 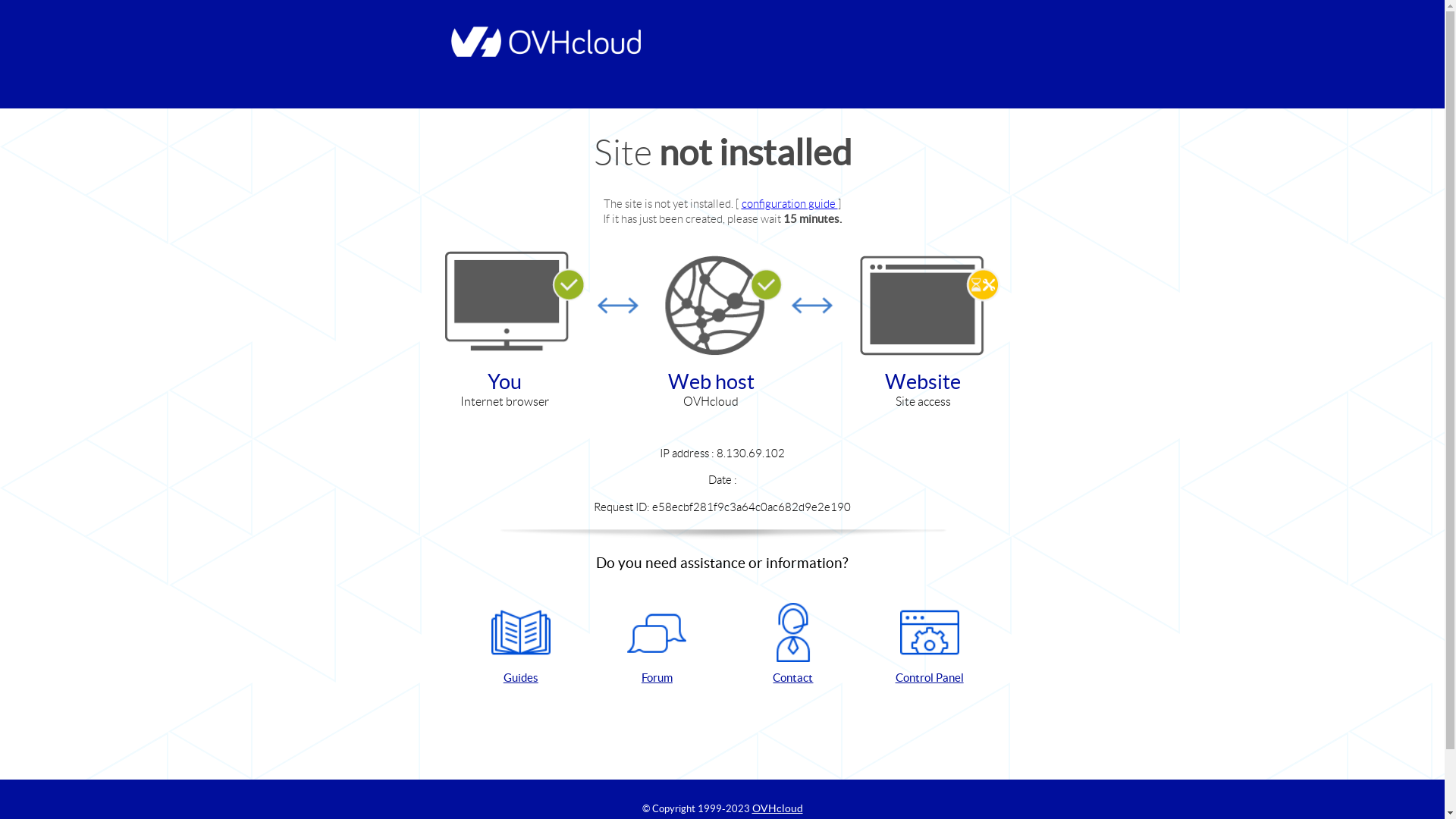 What do you see at coordinates (792, 644) in the screenshot?
I see `'Contact'` at bounding box center [792, 644].